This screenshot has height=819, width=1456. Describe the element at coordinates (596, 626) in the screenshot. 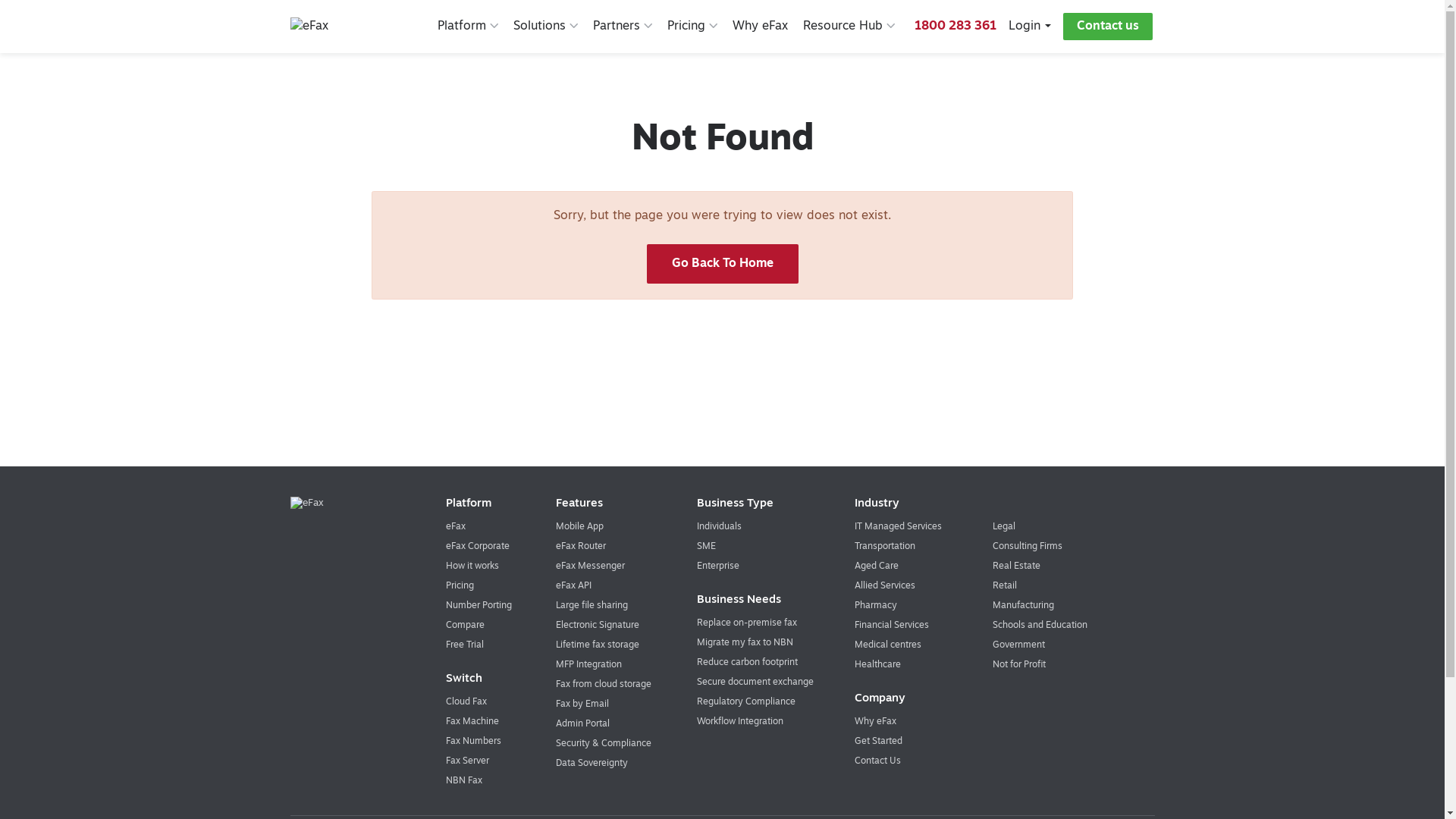

I see `'Electronic Signature'` at that location.